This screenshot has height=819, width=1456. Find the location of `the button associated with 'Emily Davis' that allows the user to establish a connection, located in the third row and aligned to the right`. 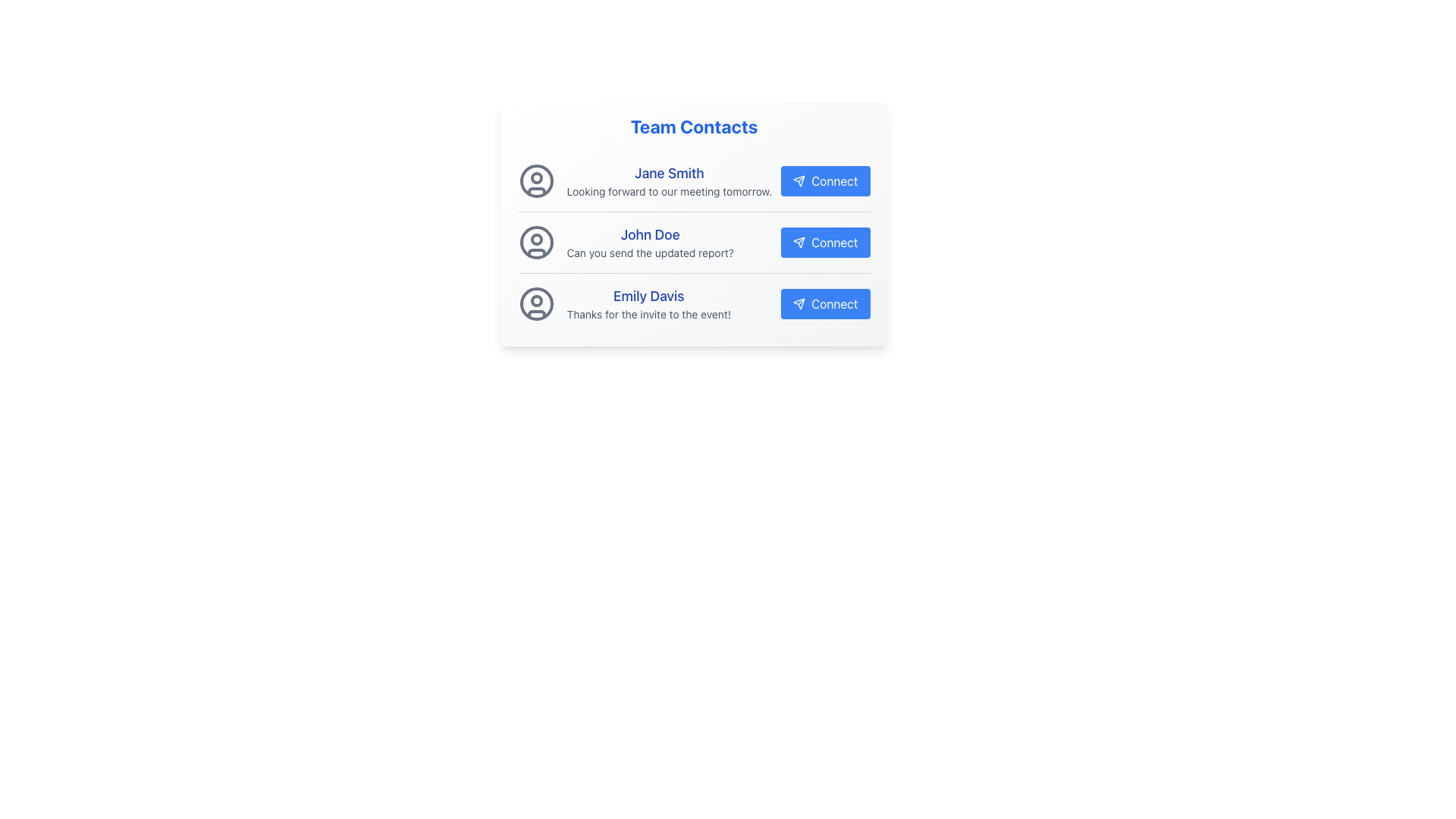

the button associated with 'Emily Davis' that allows the user to establish a connection, located in the third row and aligned to the right is located at coordinates (824, 304).